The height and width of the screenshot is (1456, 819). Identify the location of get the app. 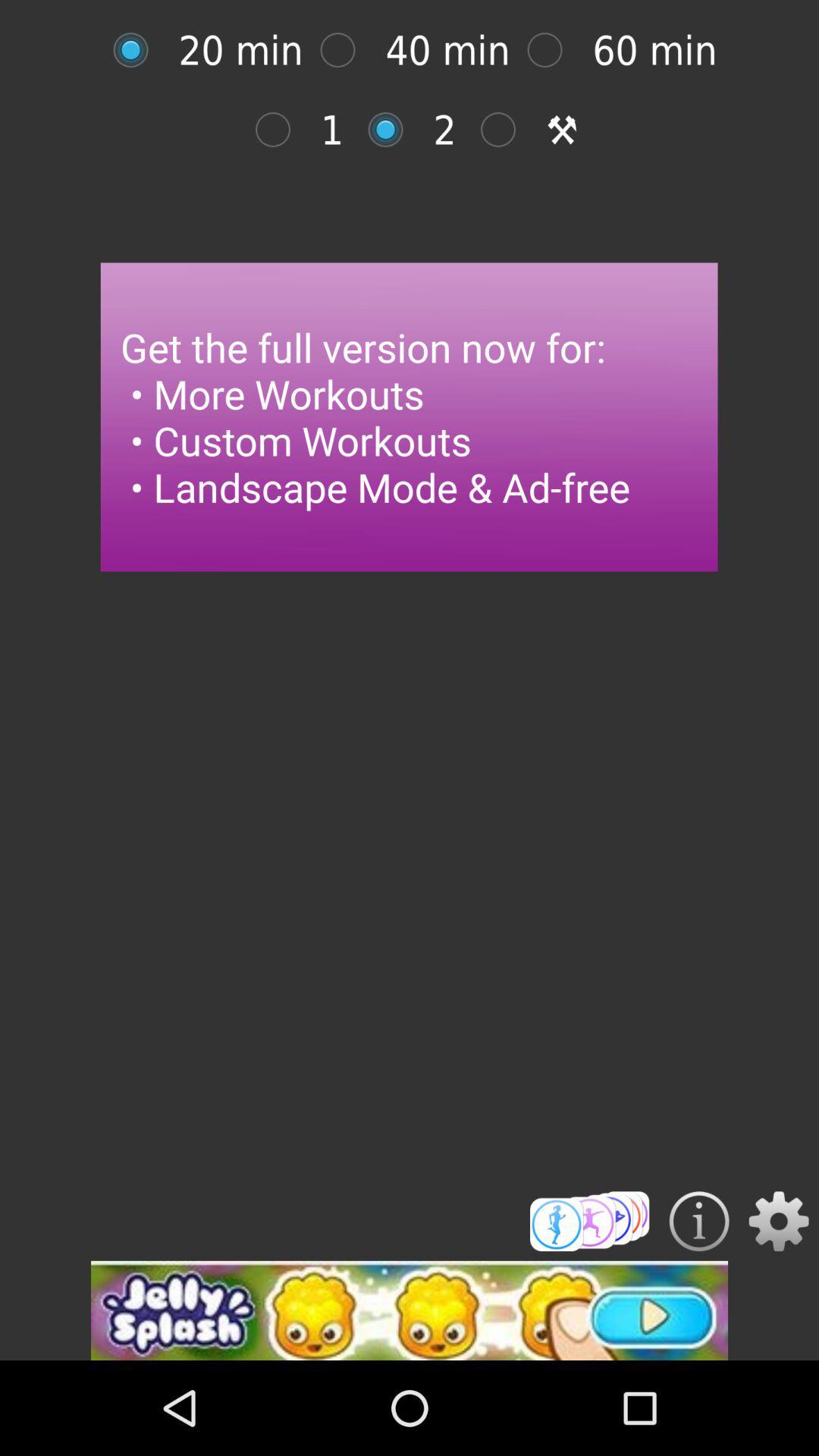
(588, 1221).